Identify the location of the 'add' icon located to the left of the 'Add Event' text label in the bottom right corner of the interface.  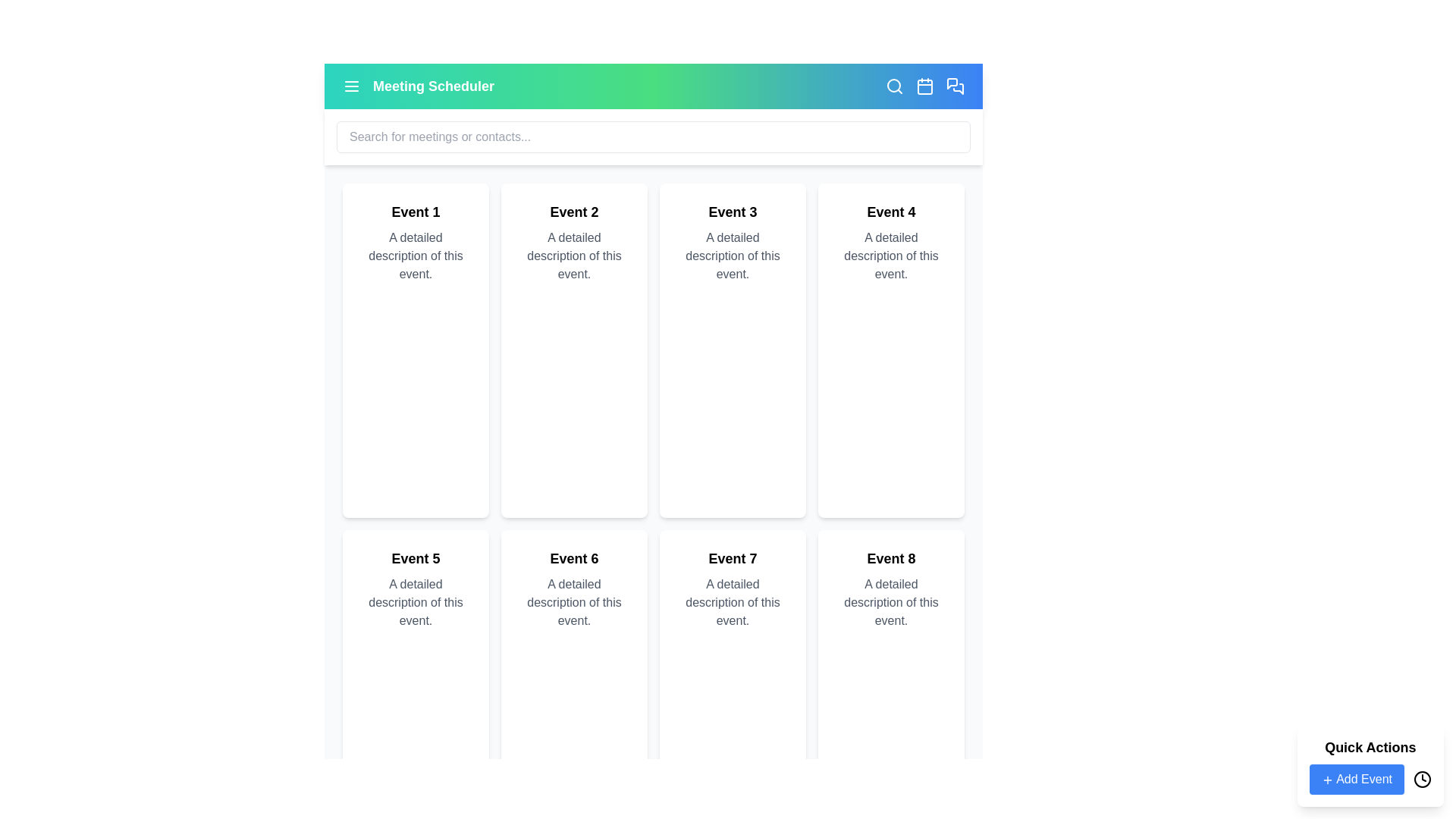
(1326, 780).